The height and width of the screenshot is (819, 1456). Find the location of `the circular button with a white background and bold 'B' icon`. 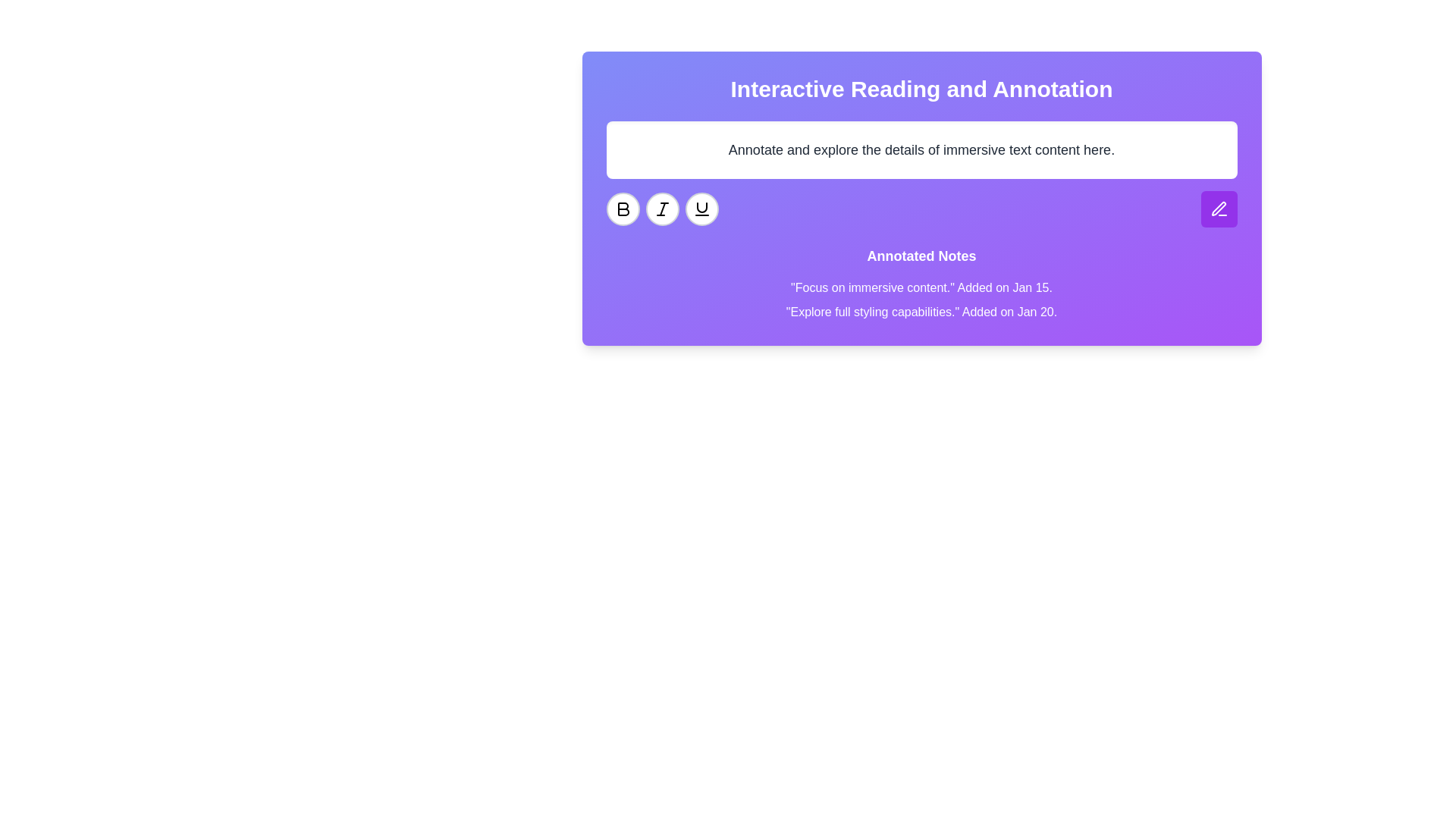

the circular button with a white background and bold 'B' icon is located at coordinates (623, 209).